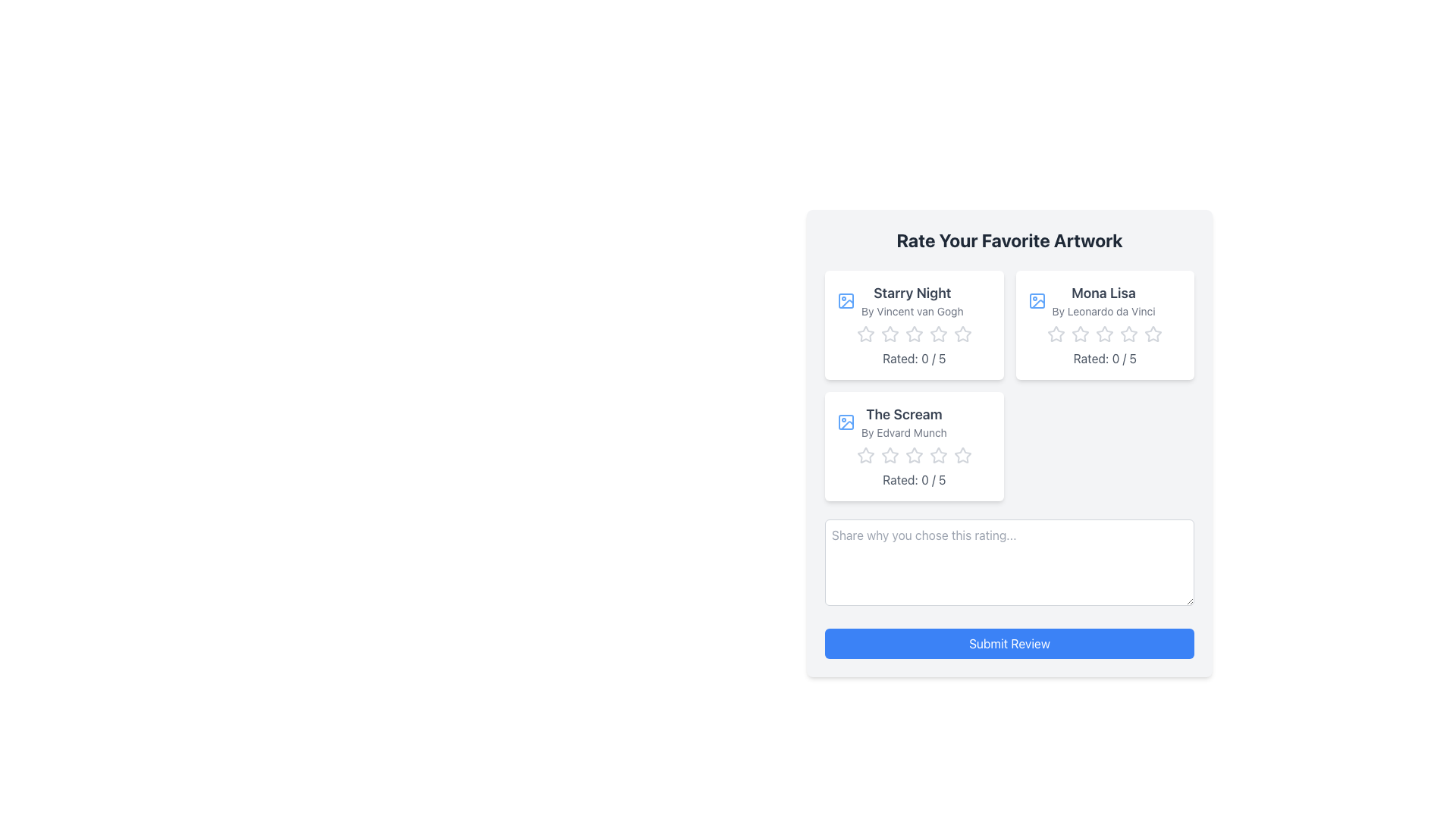 The height and width of the screenshot is (819, 1456). Describe the element at coordinates (913, 479) in the screenshot. I see `rating value displayed in the text label 'Rated: 0 / 5' located below the rating stars for 'The Scream' by Edvard Munch` at that location.